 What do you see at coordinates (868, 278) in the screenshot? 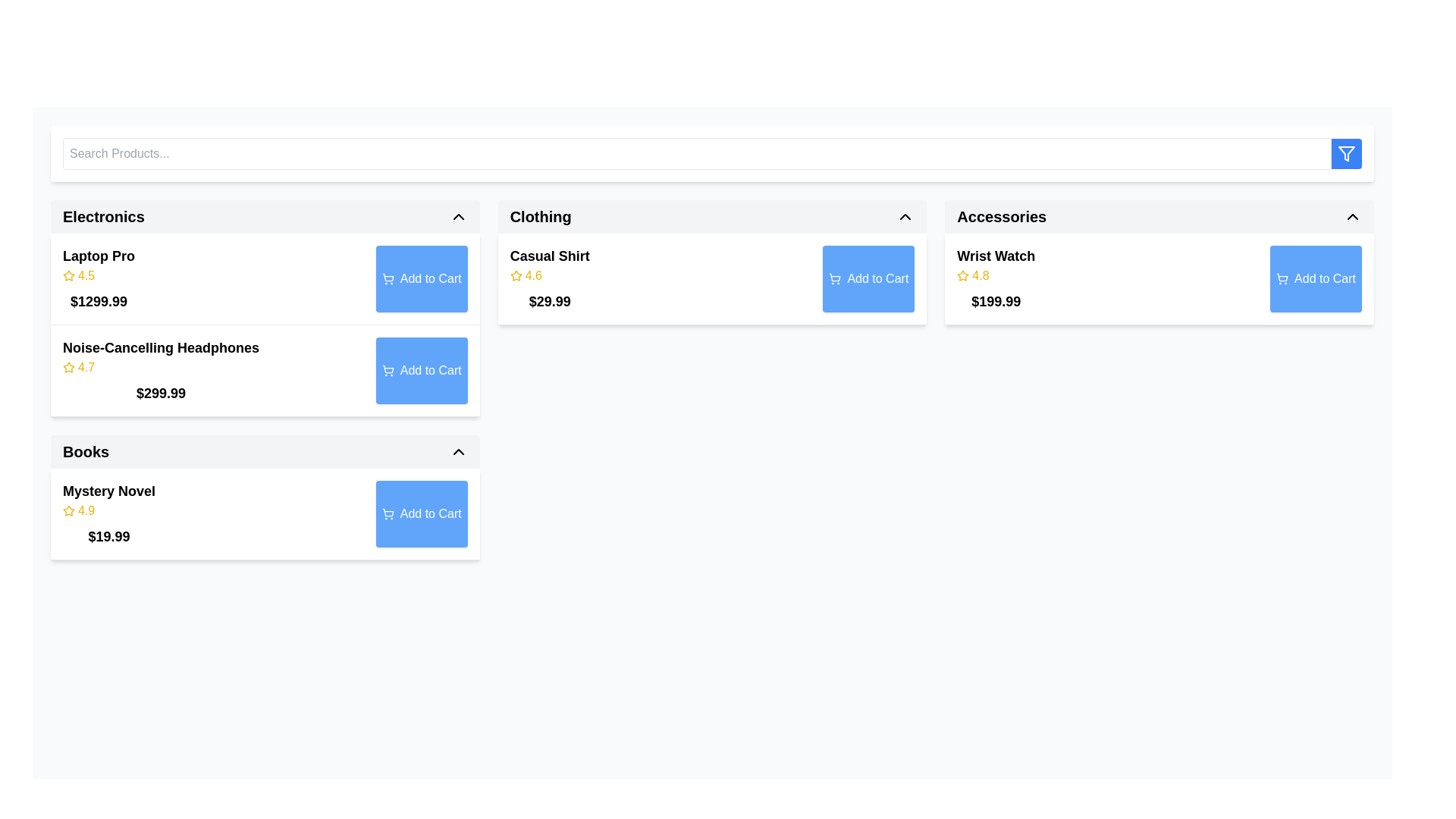
I see `the button located in the 'Clothing' section` at bounding box center [868, 278].